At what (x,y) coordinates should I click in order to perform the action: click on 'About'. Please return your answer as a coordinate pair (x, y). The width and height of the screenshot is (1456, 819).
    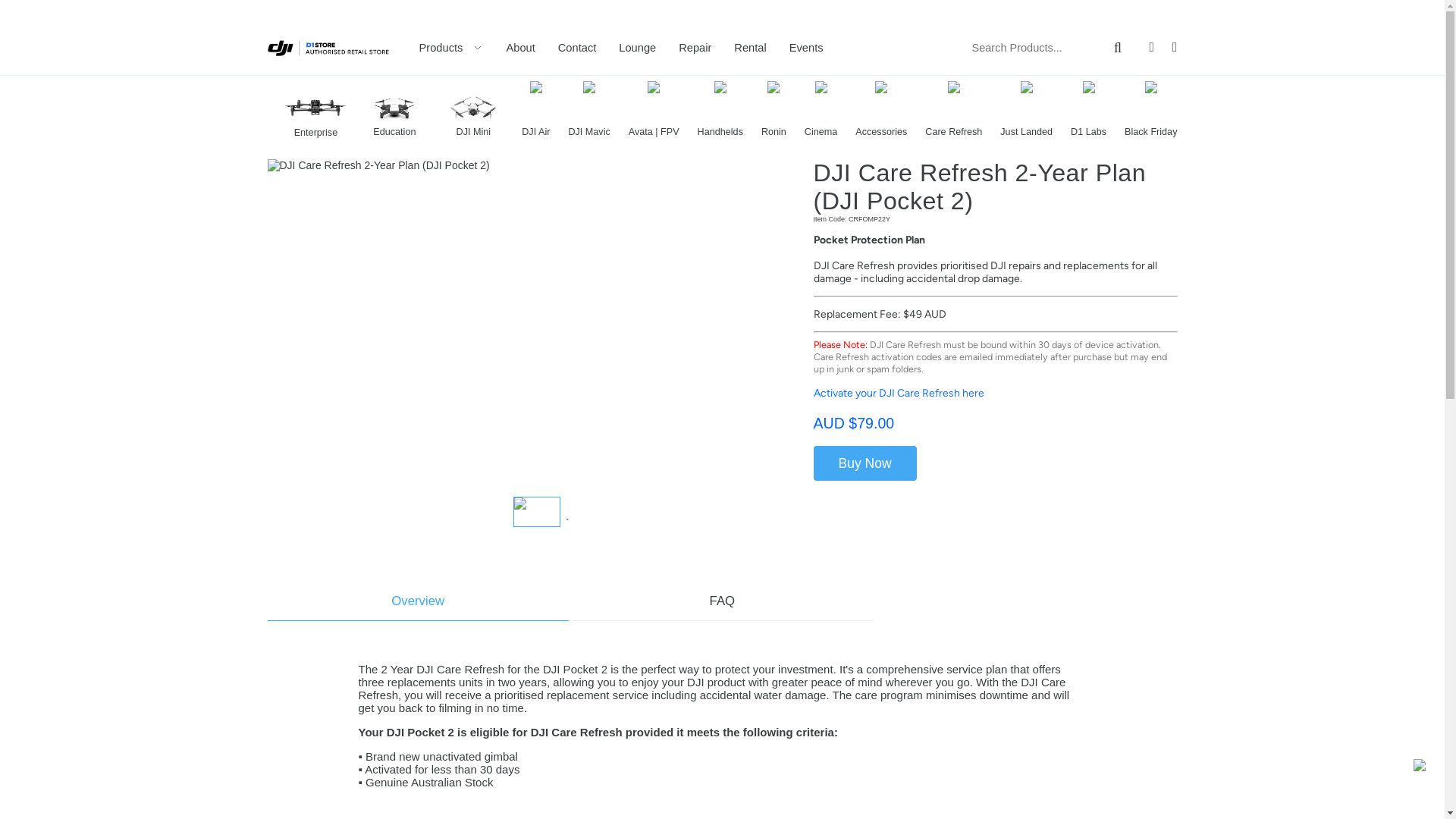
    Looking at the image, I should click on (520, 46).